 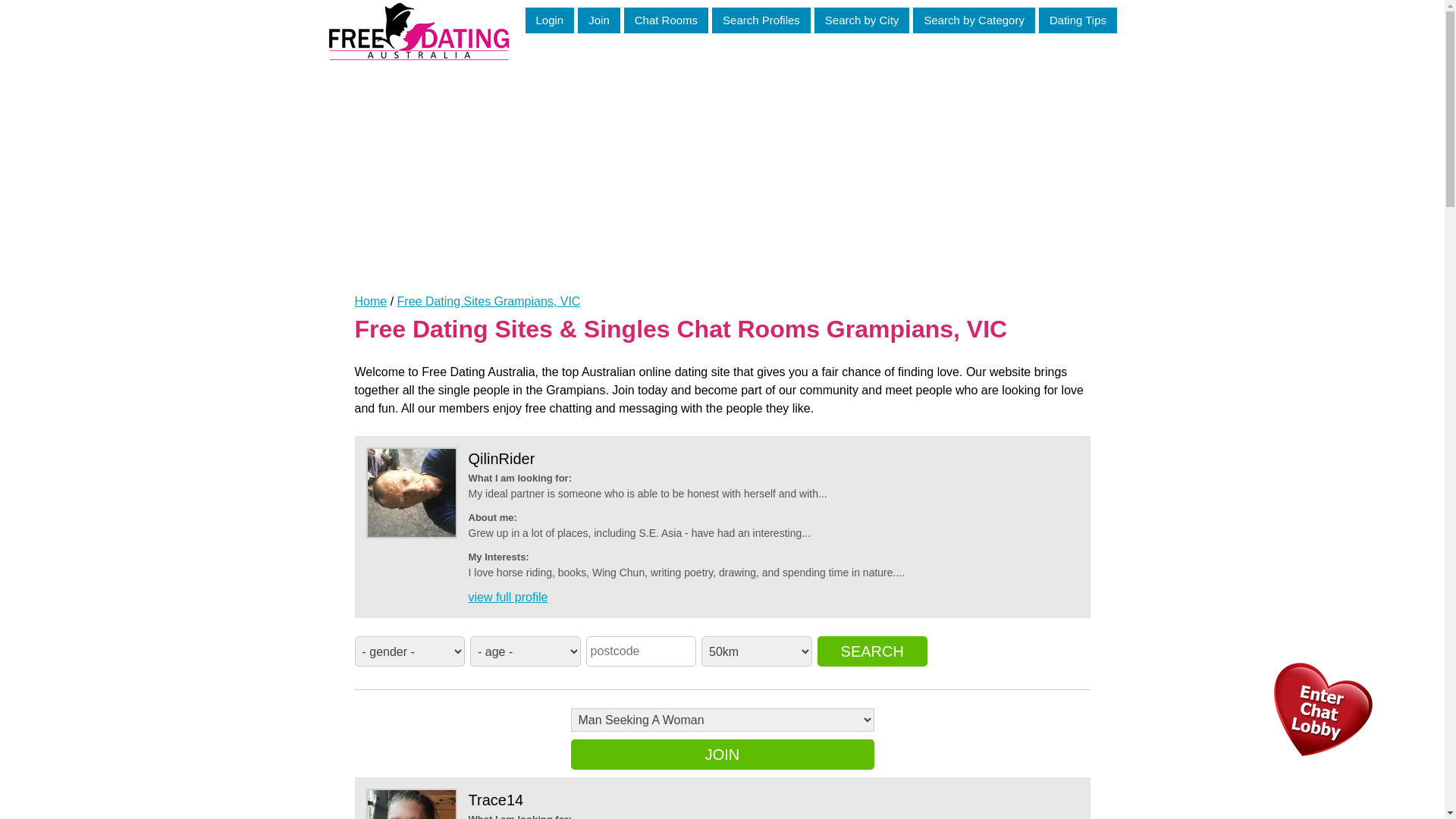 What do you see at coordinates (577, 20) in the screenshot?
I see `'Join'` at bounding box center [577, 20].